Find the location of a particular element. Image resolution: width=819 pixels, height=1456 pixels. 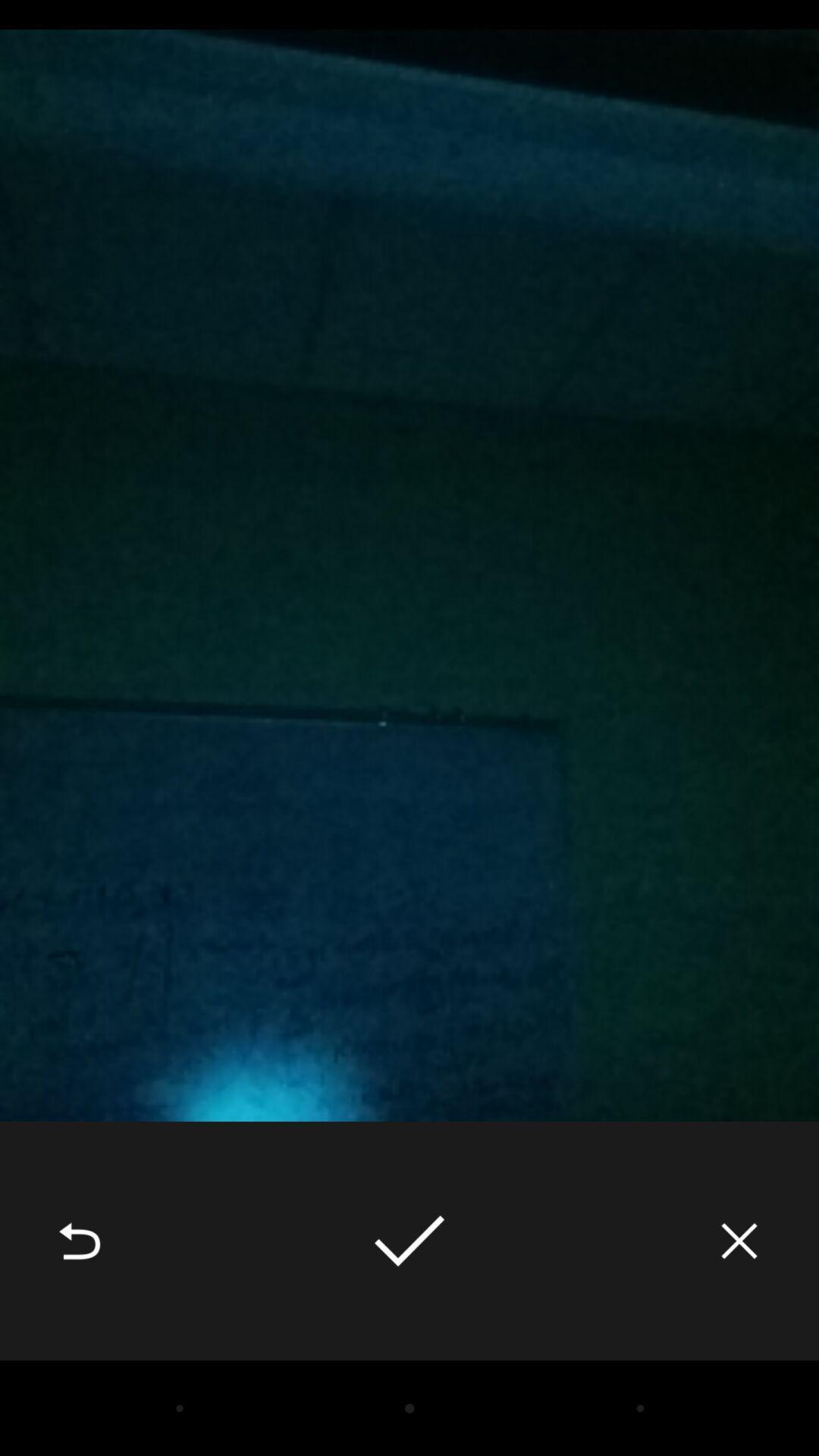

the item at the bottom left corner is located at coordinates (79, 1241).